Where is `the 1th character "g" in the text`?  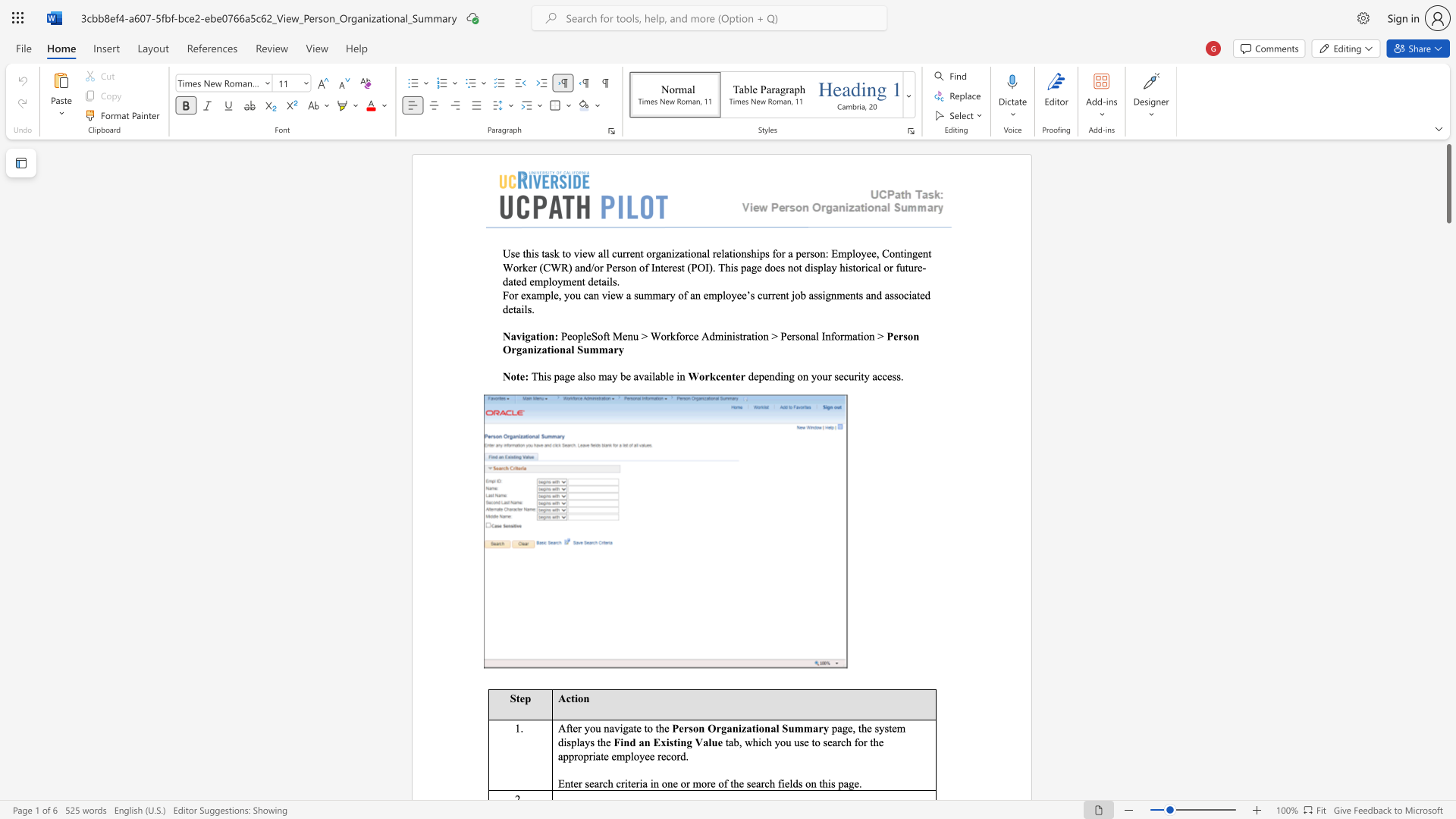 the 1th character "g" in the text is located at coordinates (566, 375).